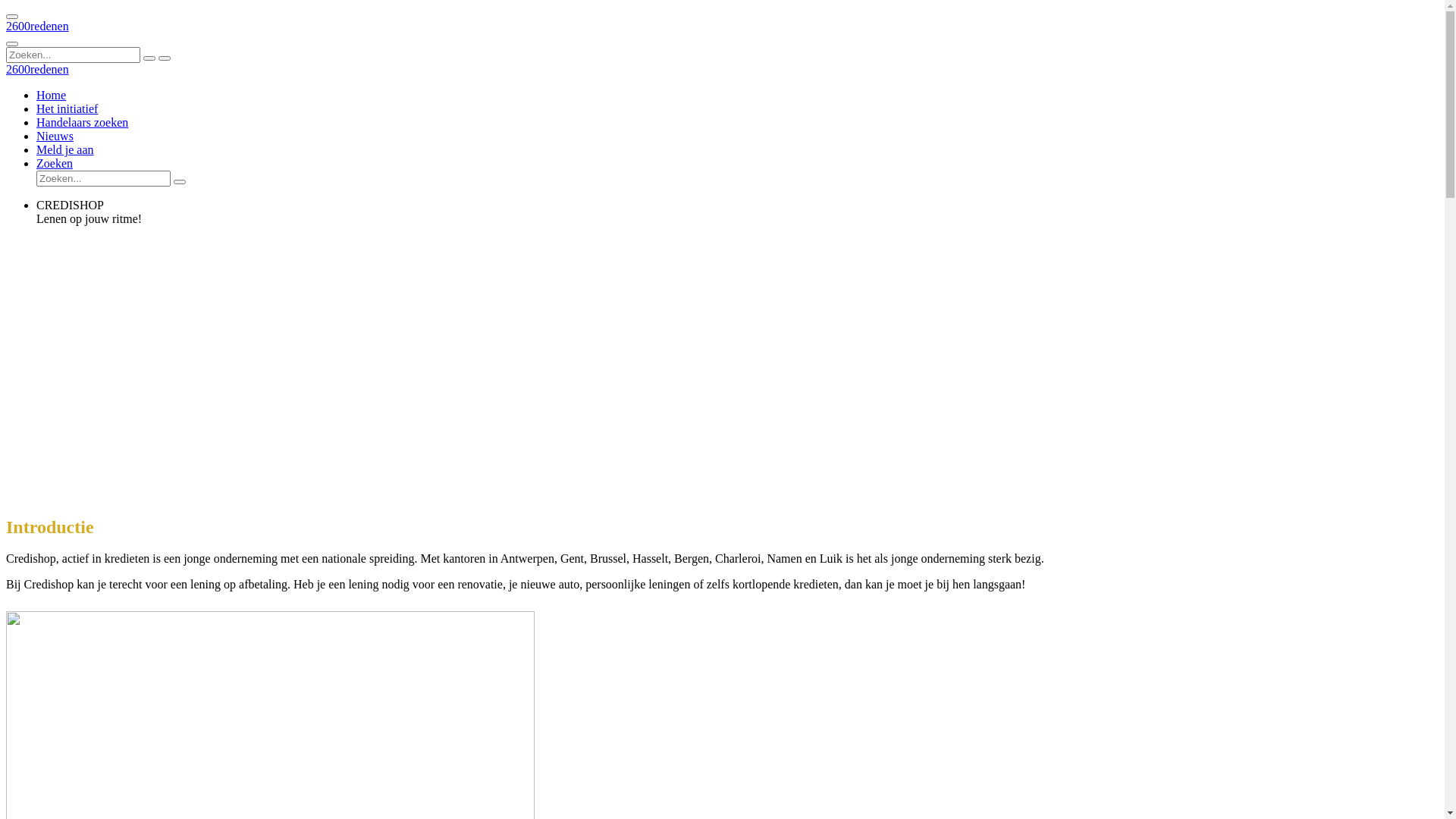 The height and width of the screenshot is (819, 1456). What do you see at coordinates (37, 69) in the screenshot?
I see `'2600redenen'` at bounding box center [37, 69].